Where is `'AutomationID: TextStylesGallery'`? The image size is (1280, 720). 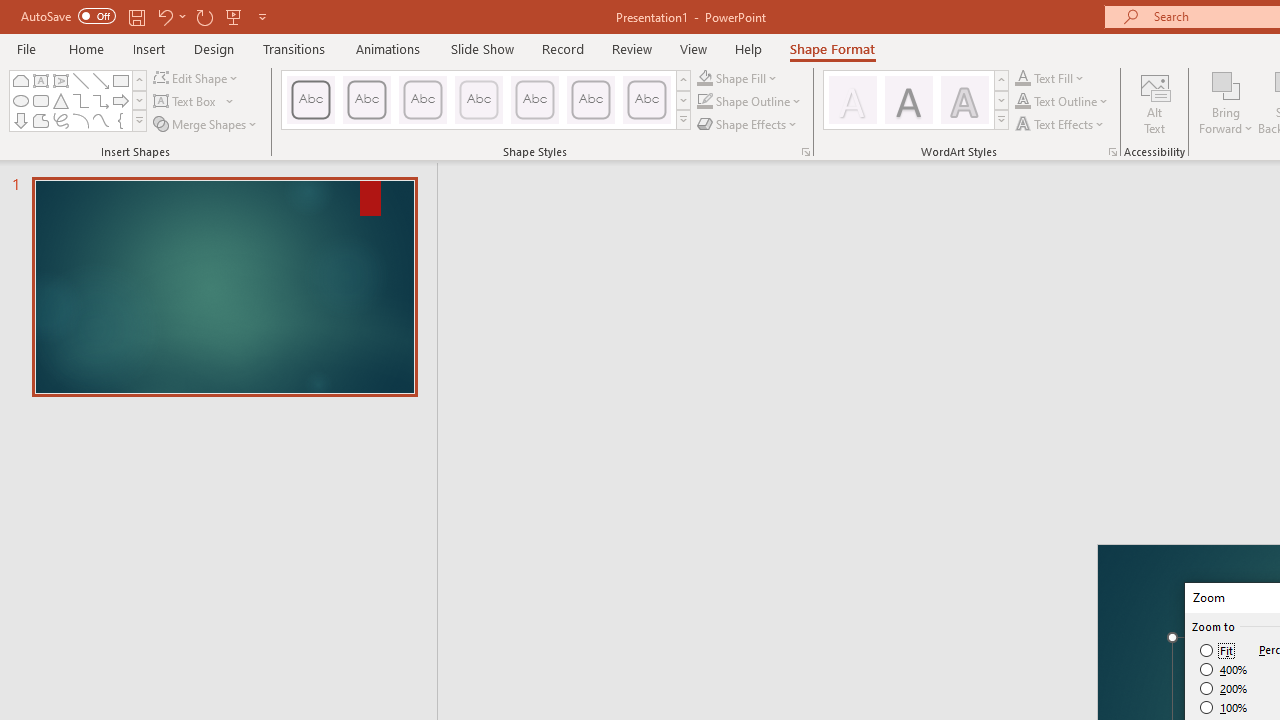 'AutomationID: TextStylesGallery' is located at coordinates (916, 100).